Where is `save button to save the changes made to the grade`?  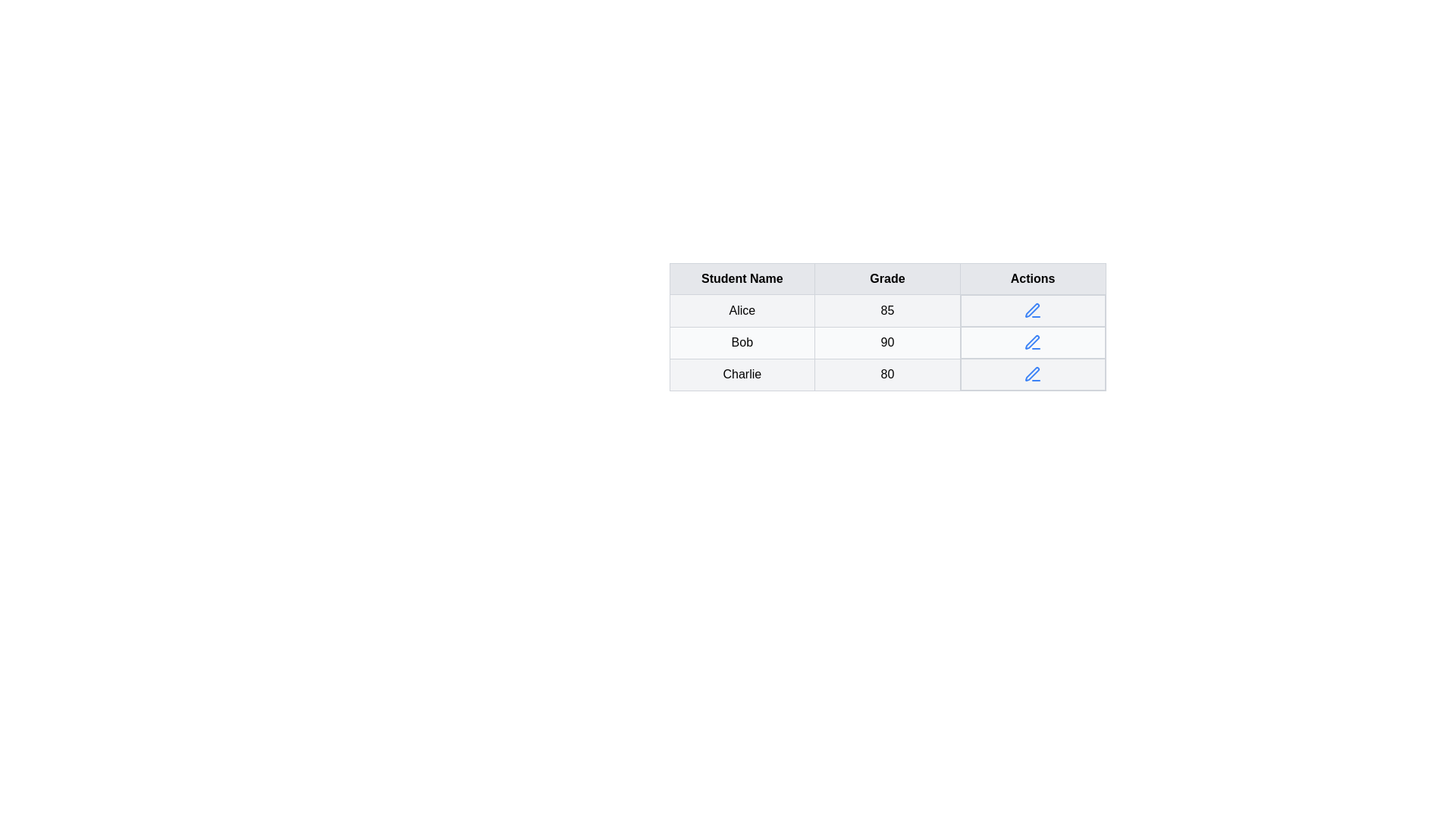
save button to save the changes made to the grade is located at coordinates (1032, 342).